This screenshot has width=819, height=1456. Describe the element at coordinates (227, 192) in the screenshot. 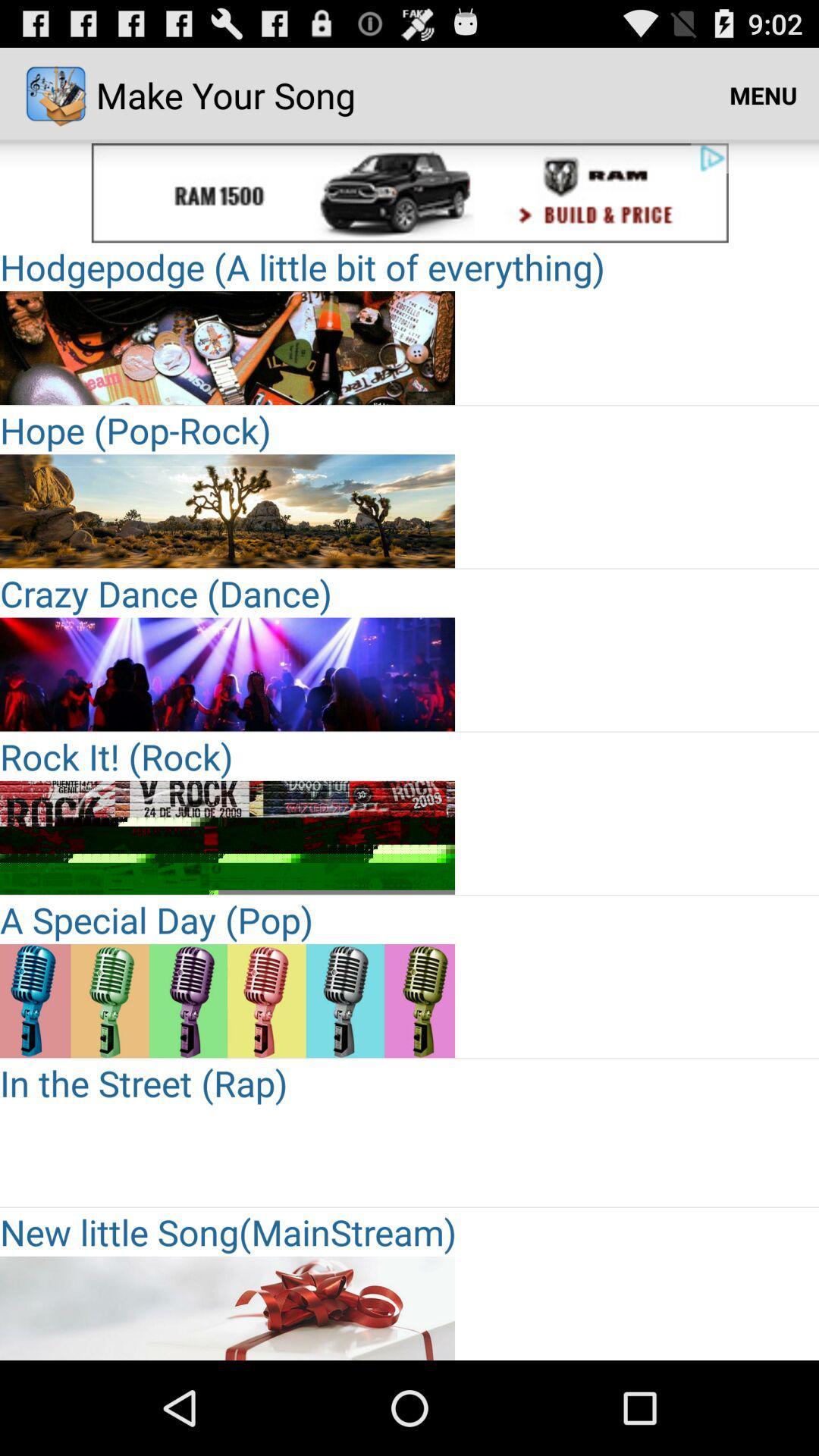

I see `choose the selection` at that location.